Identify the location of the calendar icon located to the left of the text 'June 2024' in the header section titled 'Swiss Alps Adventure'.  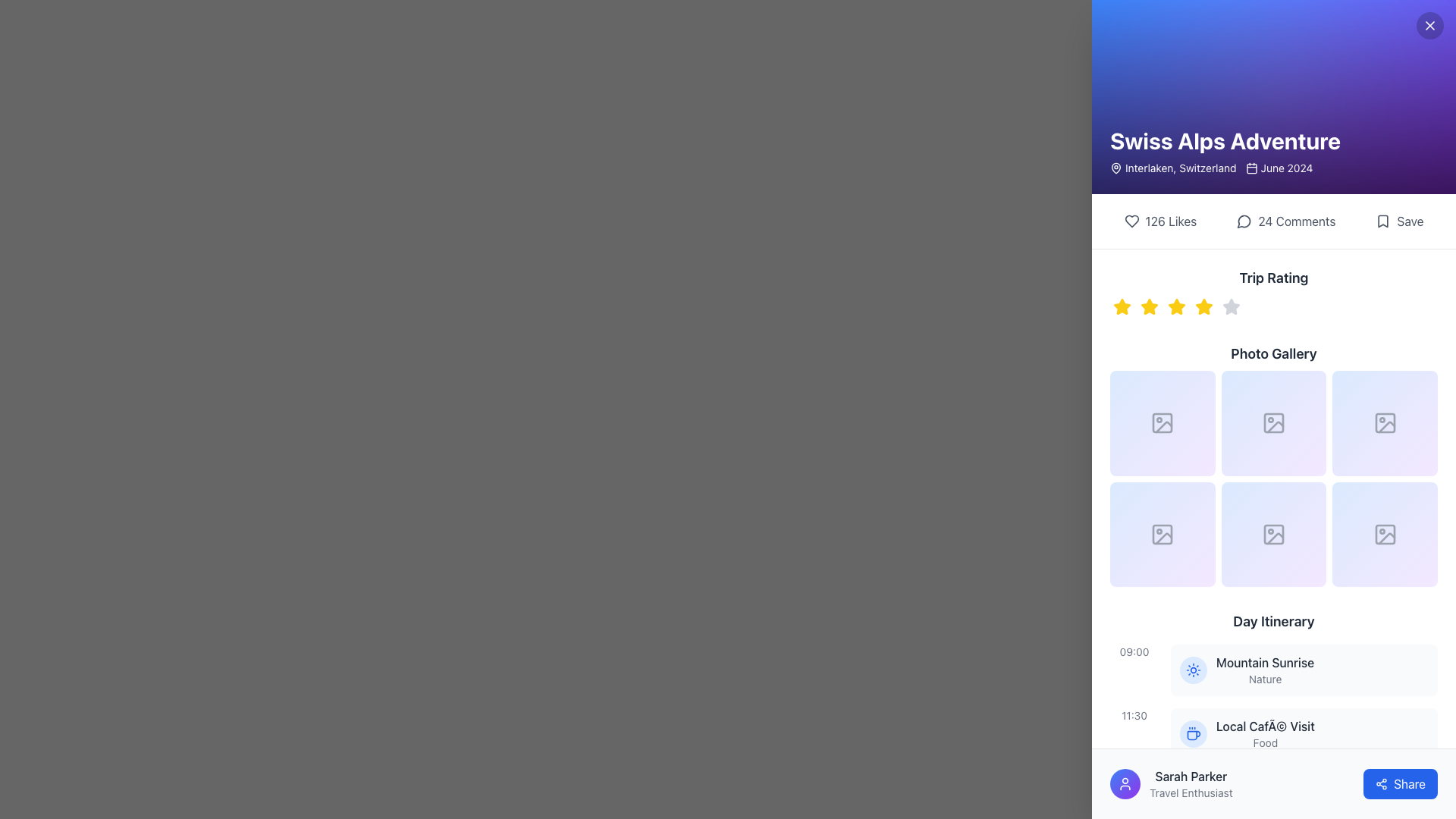
(1251, 168).